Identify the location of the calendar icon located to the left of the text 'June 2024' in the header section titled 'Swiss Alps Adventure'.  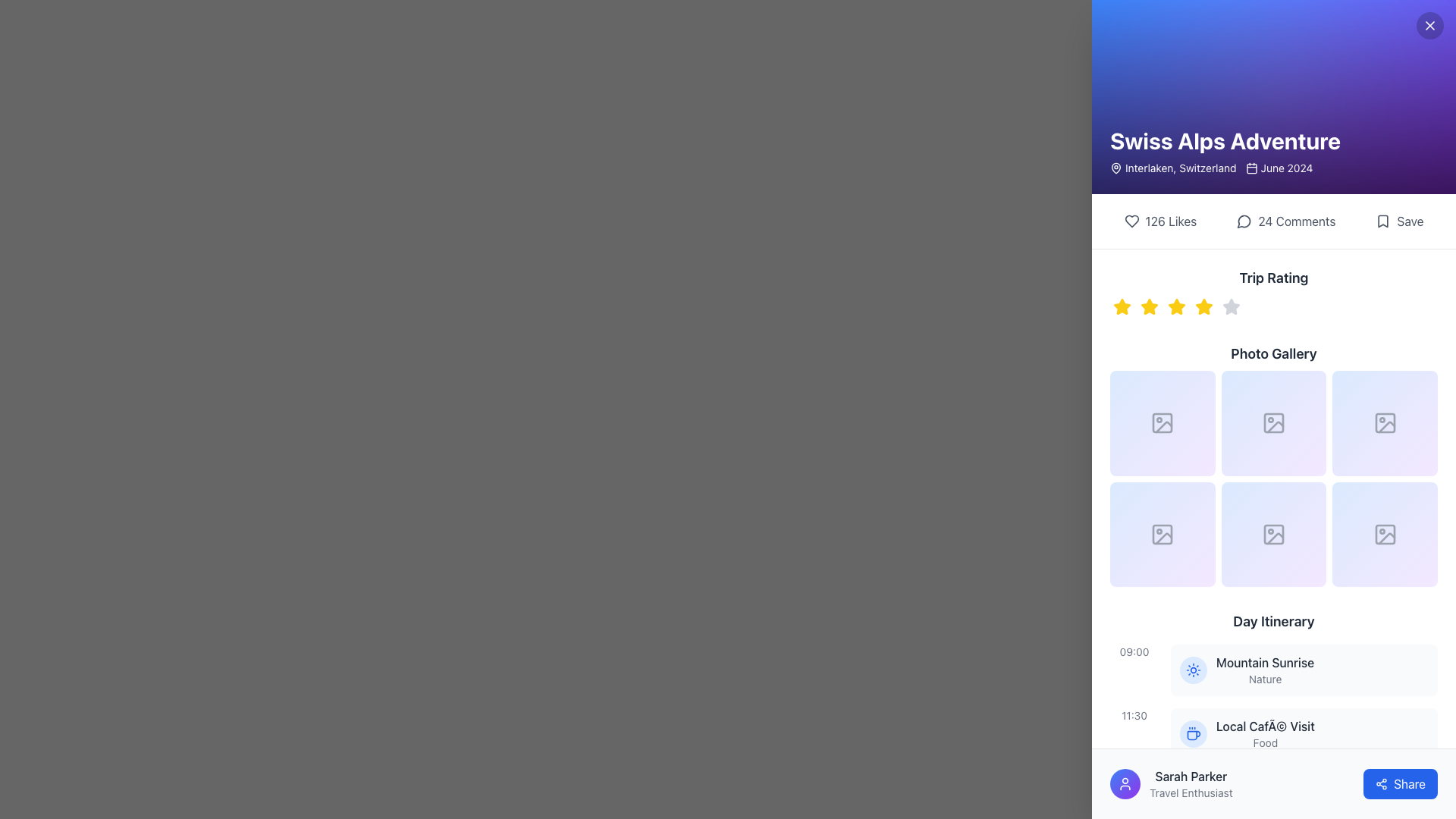
(1251, 168).